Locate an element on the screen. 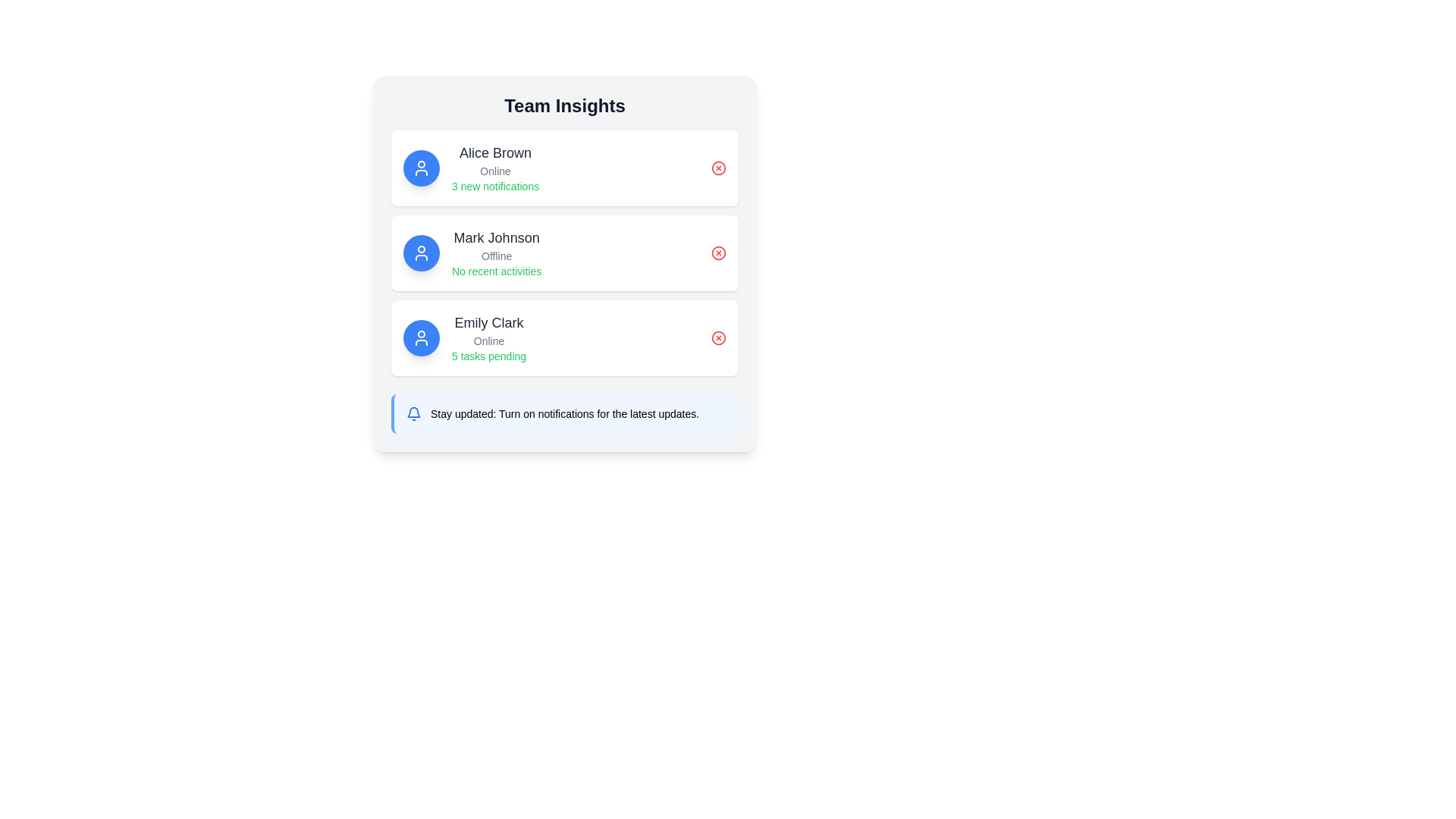 Image resolution: width=1456 pixels, height=819 pixels. the user icon for 'Alice Brown', which is a white line-drawn icon on a blue circular background, located to the left of the text in the first list item is located at coordinates (422, 168).